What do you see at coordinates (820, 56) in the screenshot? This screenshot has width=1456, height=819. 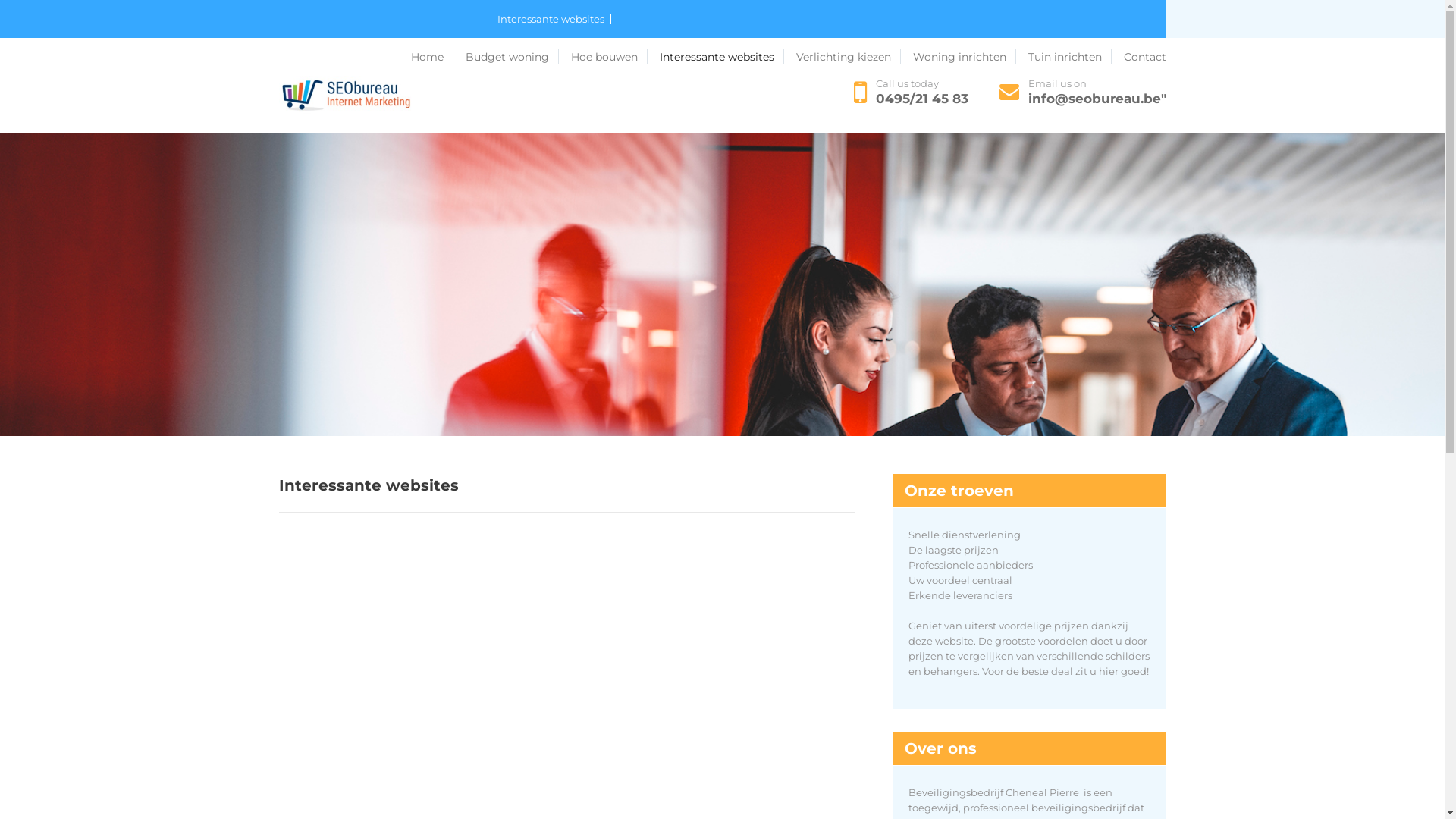 I see `'Nieuws'` at bounding box center [820, 56].